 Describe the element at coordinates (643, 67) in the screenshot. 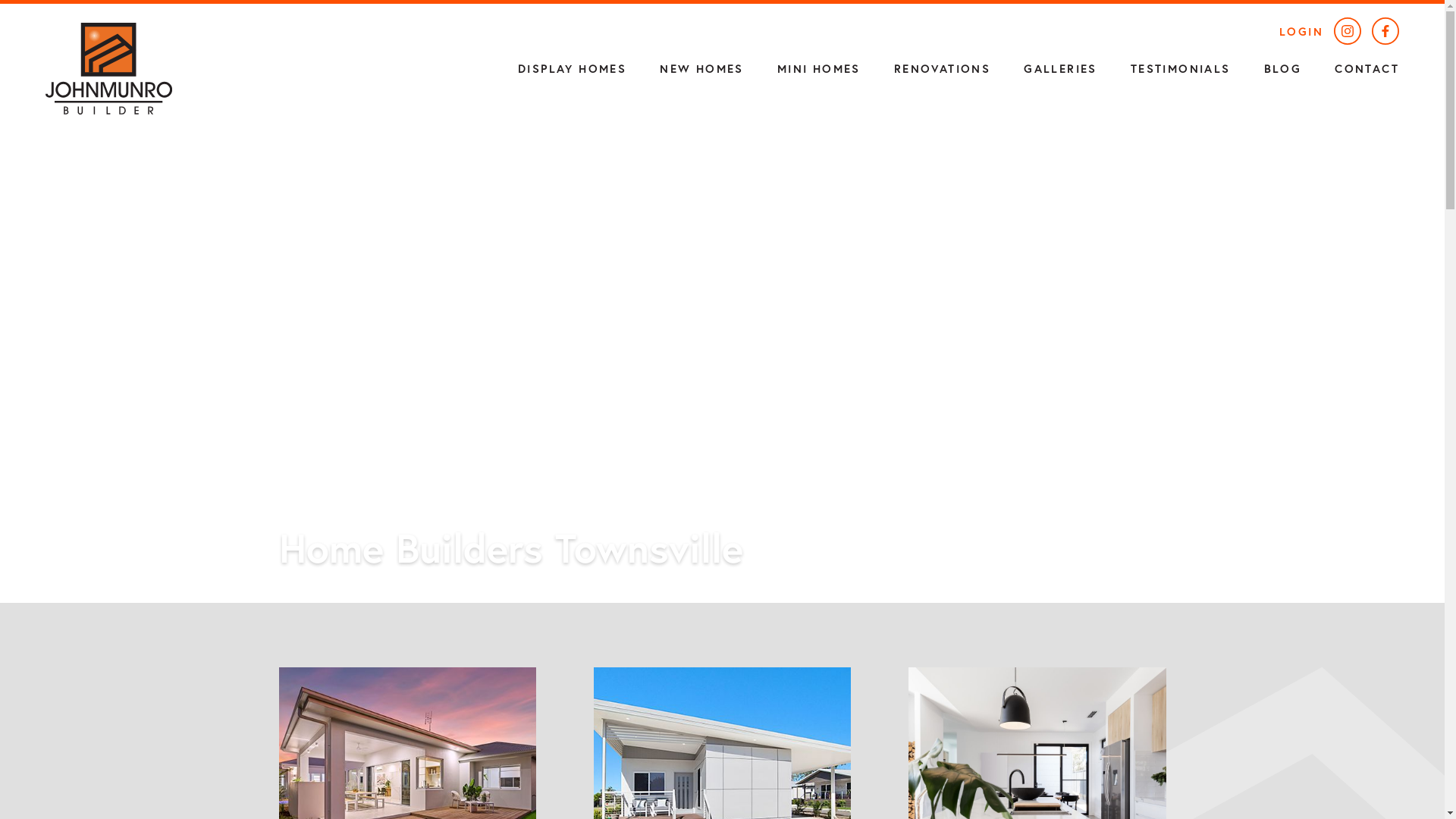

I see `'NEW HOMES'` at that location.